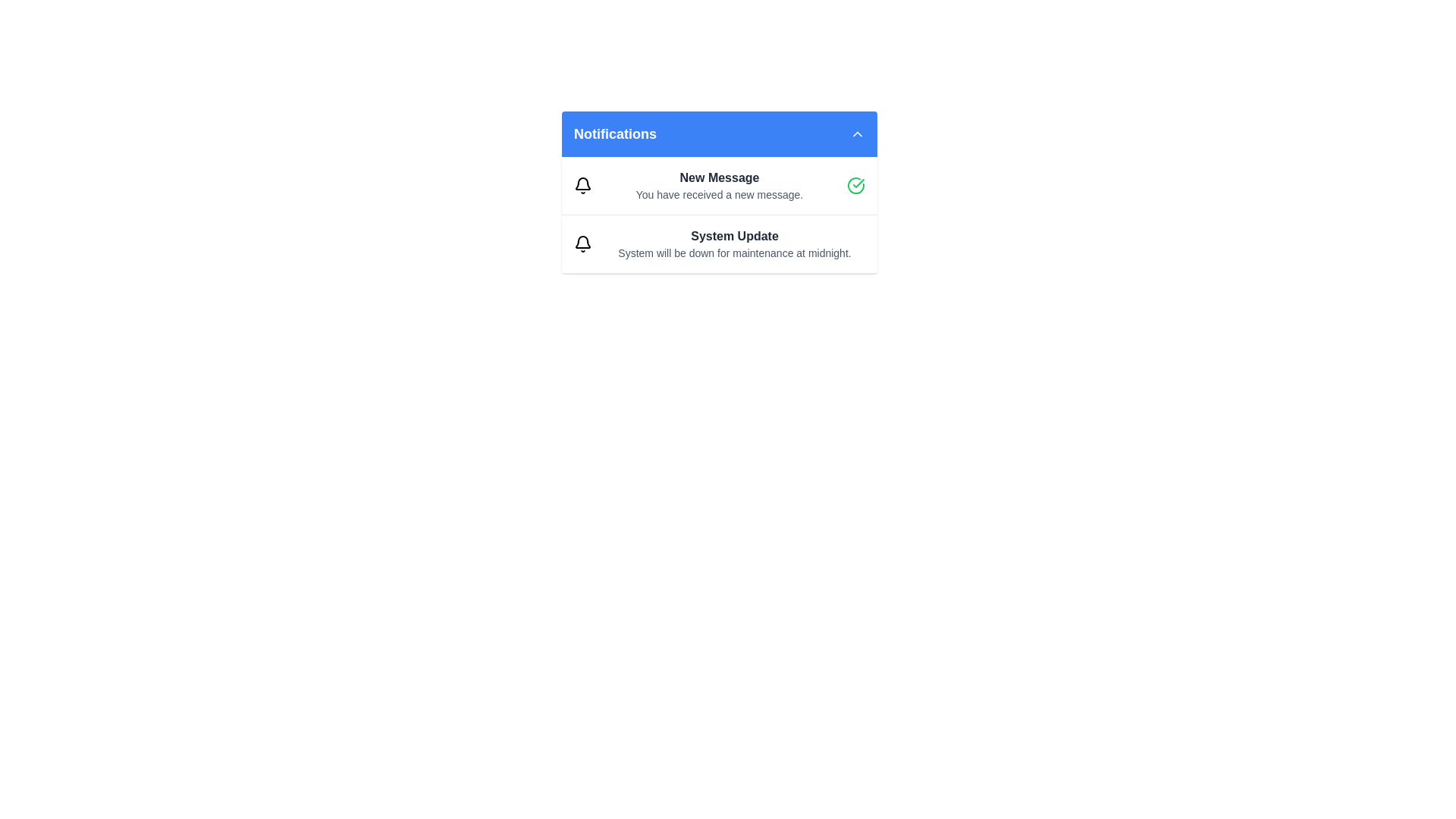  What do you see at coordinates (735, 253) in the screenshot?
I see `informational text that states 'System will be down for maintenance at midnight.' This text is styled in a smaller gray font and is located beneath the bold title 'System Update' in the notifications panel` at bounding box center [735, 253].